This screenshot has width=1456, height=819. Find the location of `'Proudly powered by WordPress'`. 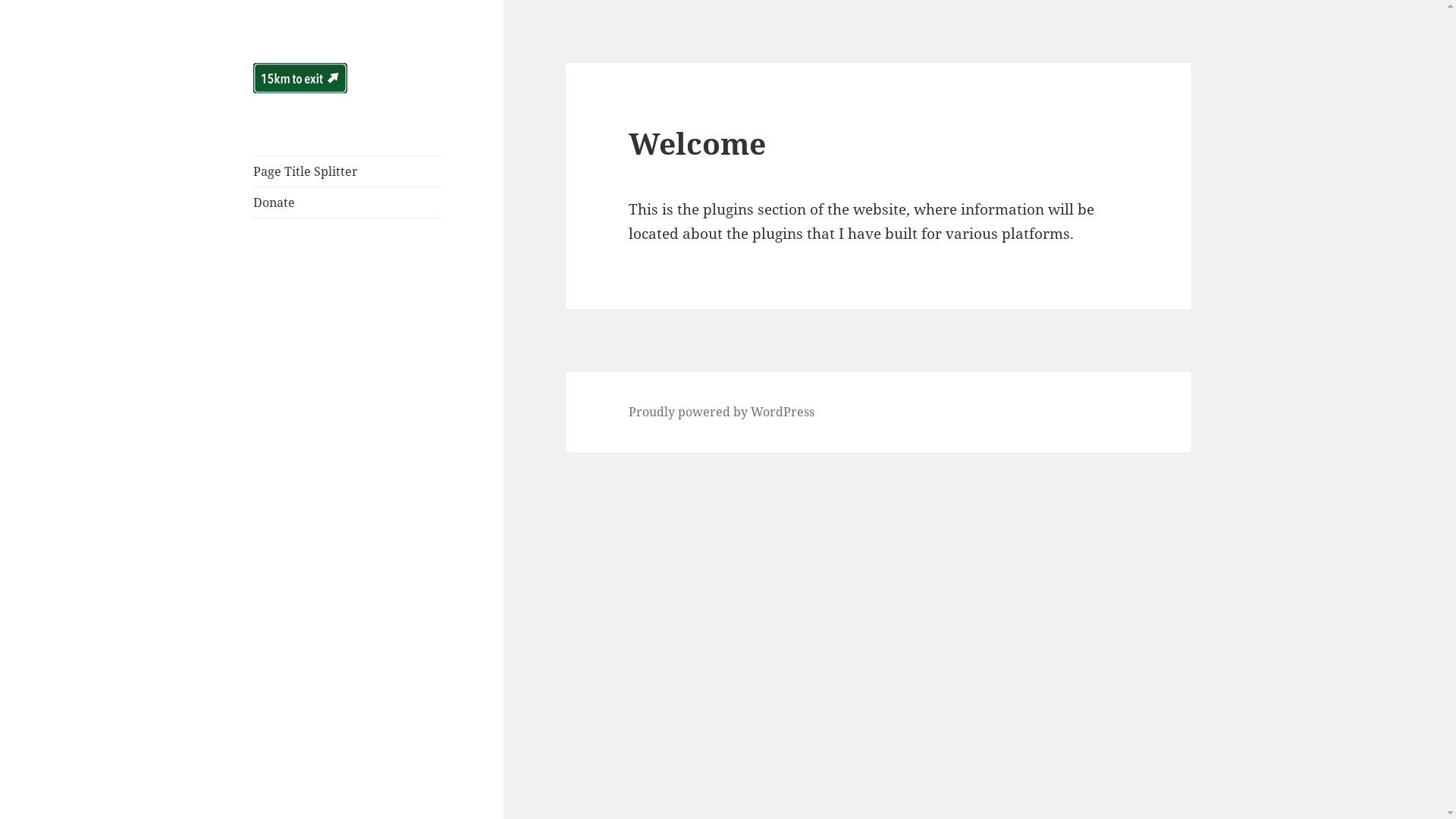

'Proudly powered by WordPress' is located at coordinates (720, 412).